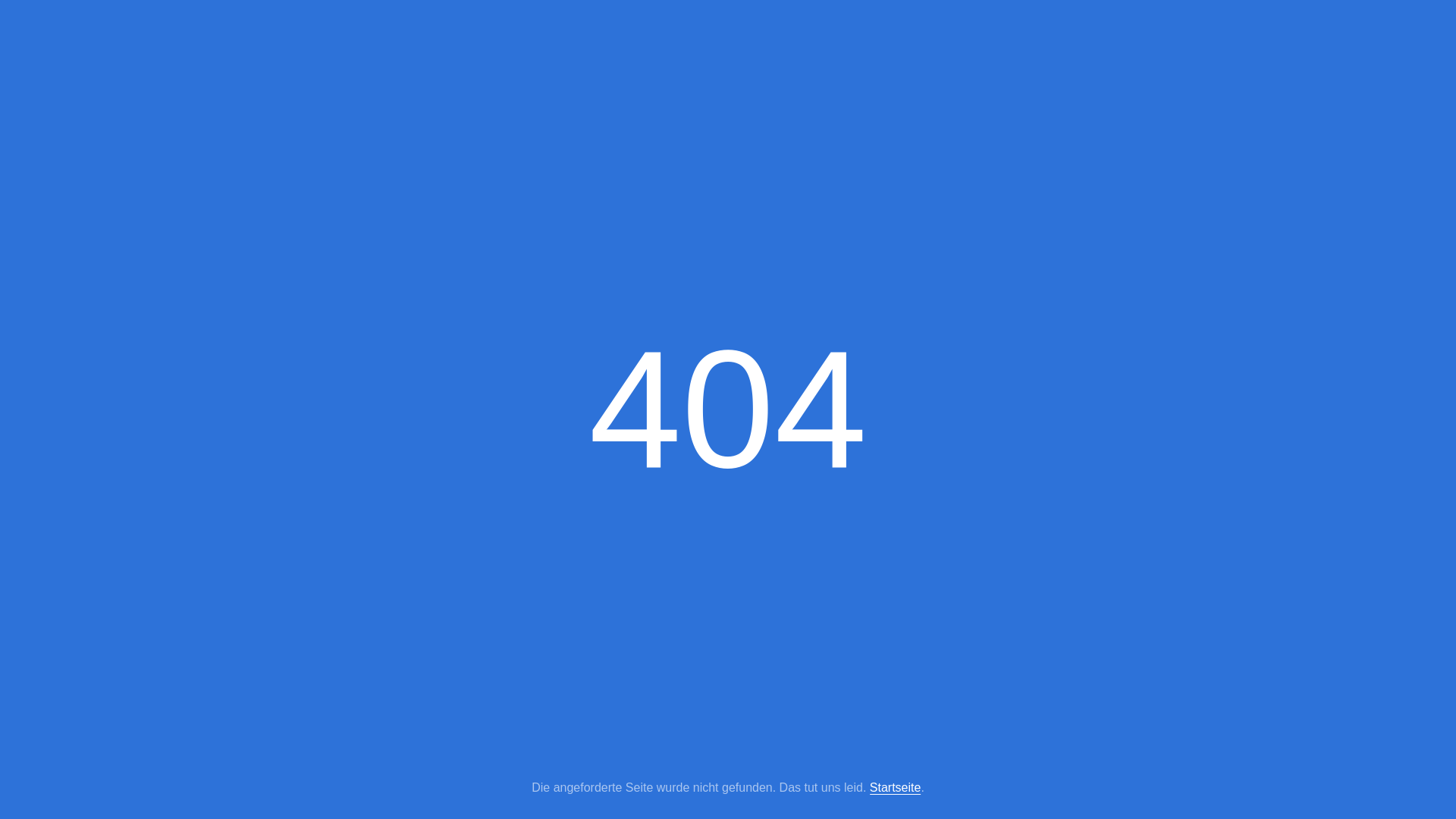 Image resolution: width=1456 pixels, height=819 pixels. I want to click on 'Startseite', so click(895, 786).